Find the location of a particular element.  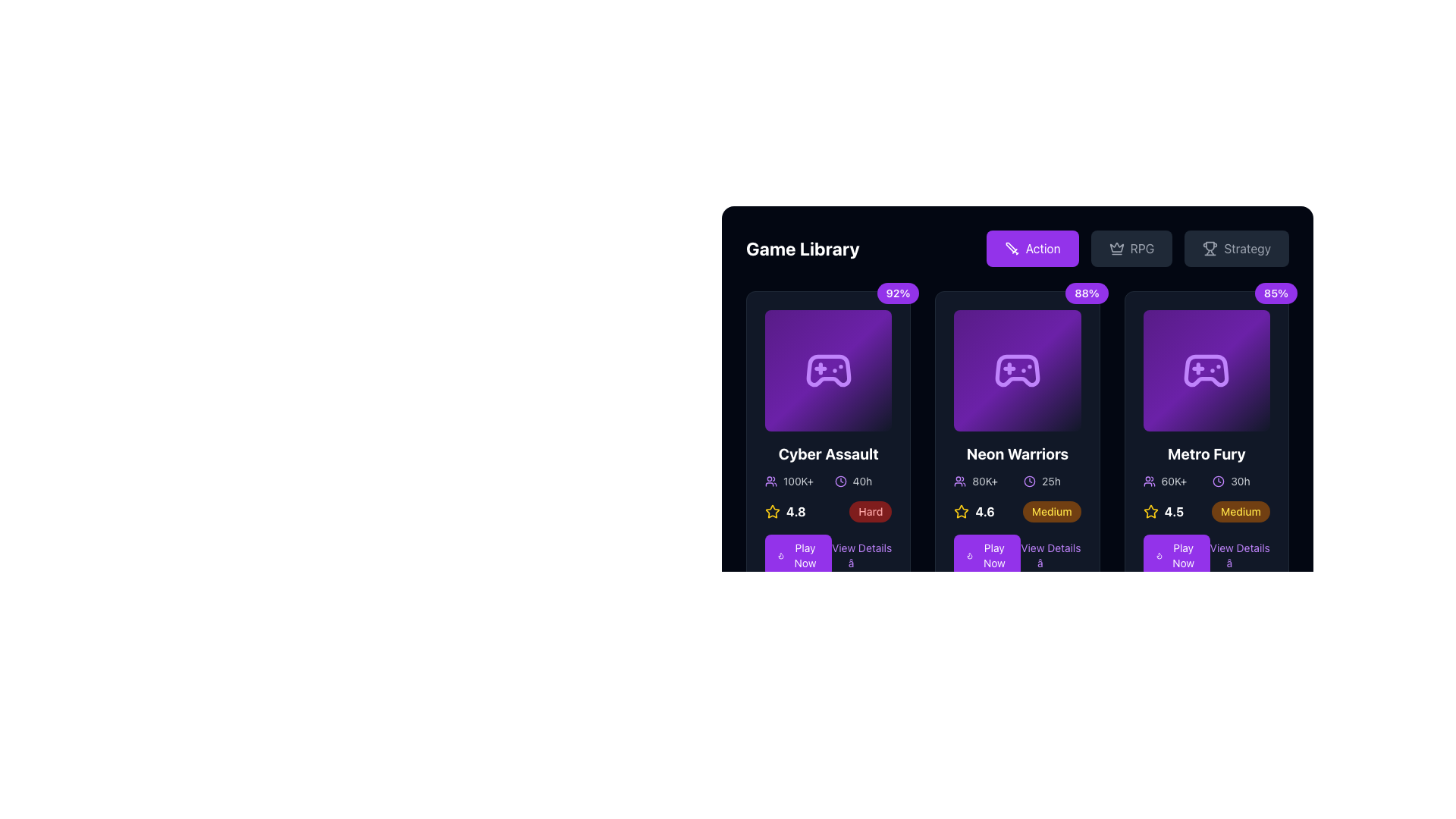

the text label indicating a time value of 25 hours, located within the 'Neon Warriors' game card, to the right of the clock icon is located at coordinates (1050, 482).